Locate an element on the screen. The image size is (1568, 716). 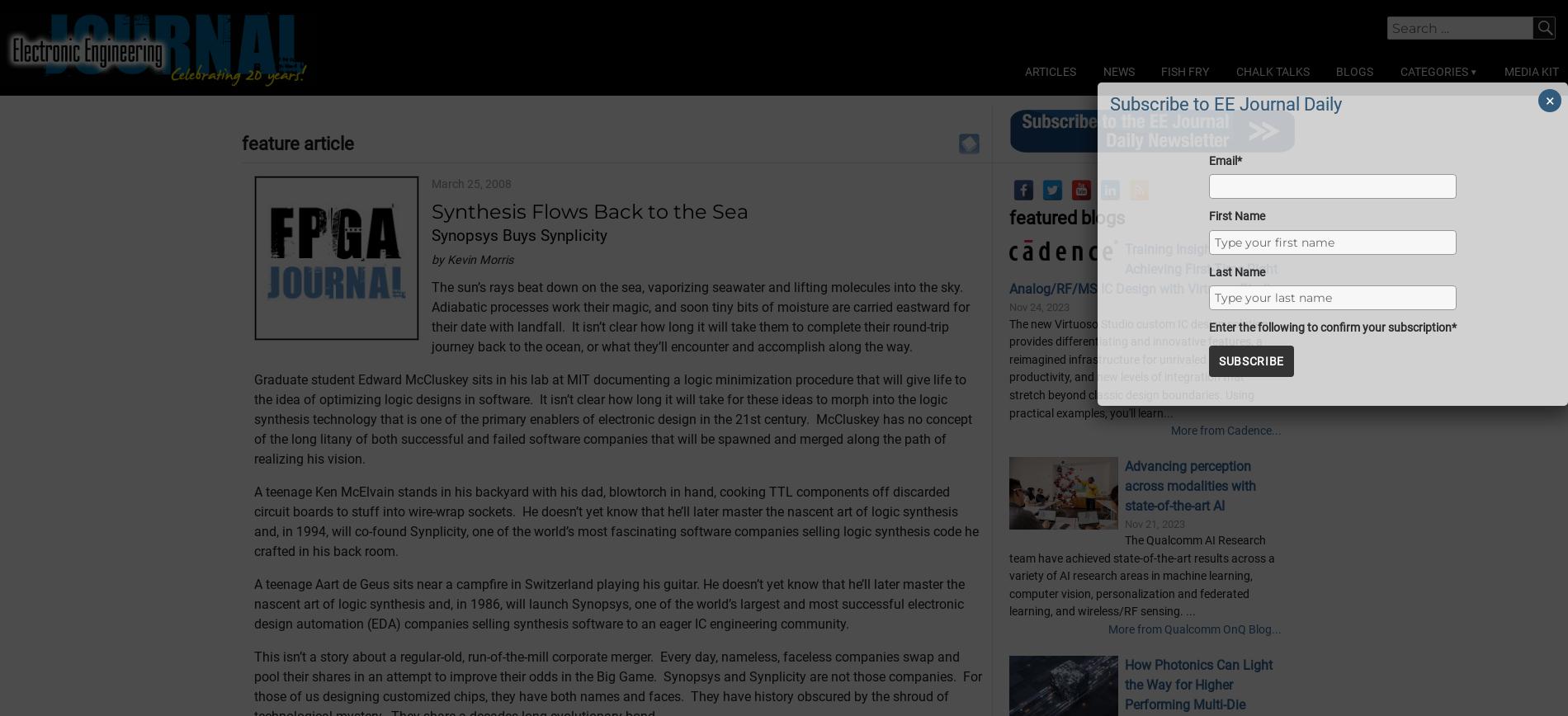
'Subscribe' is located at coordinates (1251, 360).